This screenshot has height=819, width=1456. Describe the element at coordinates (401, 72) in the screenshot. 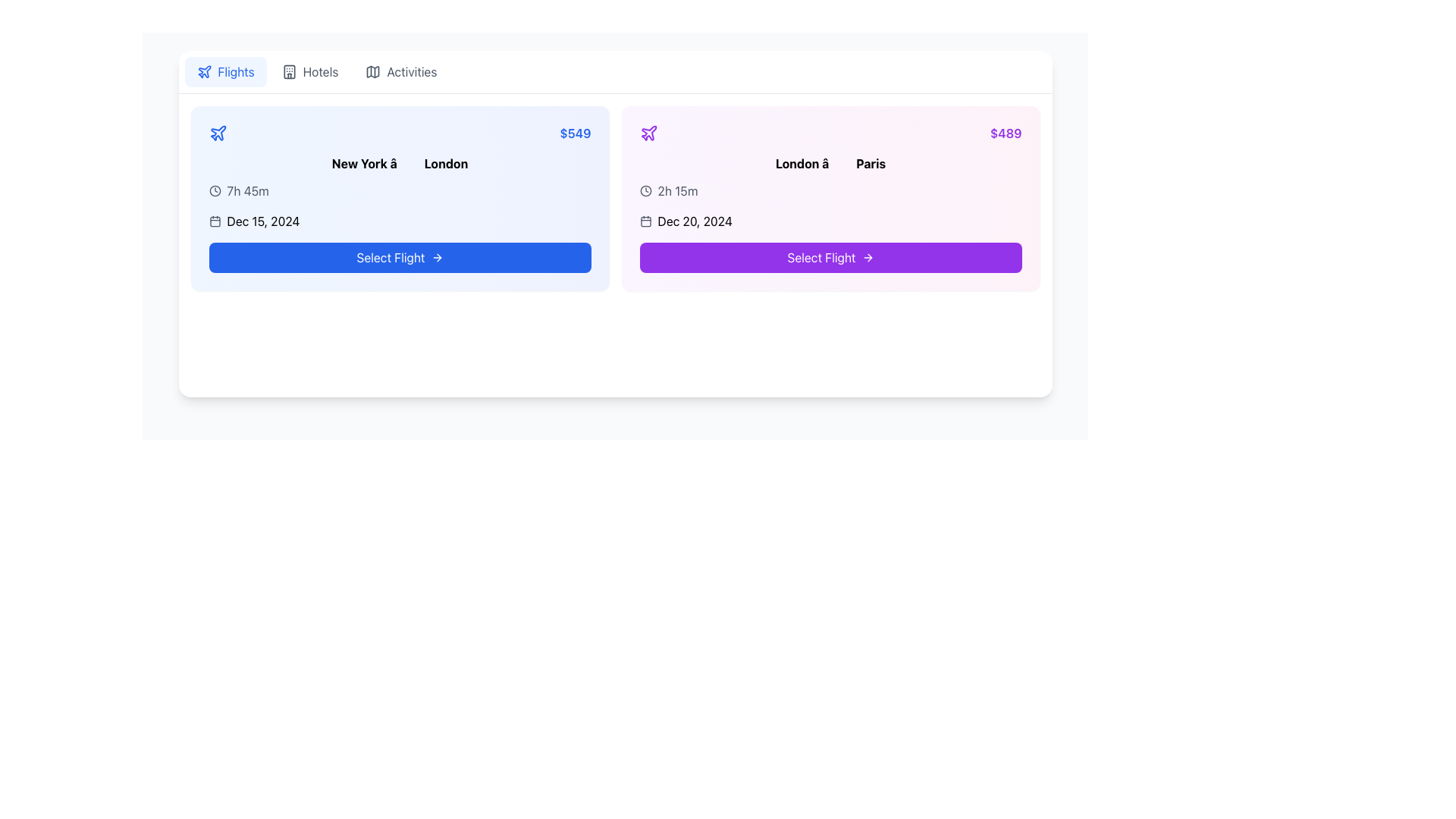

I see `the 'Activities' navigation button, which is the last item in the navigation bar, to trigger the background color change` at that location.